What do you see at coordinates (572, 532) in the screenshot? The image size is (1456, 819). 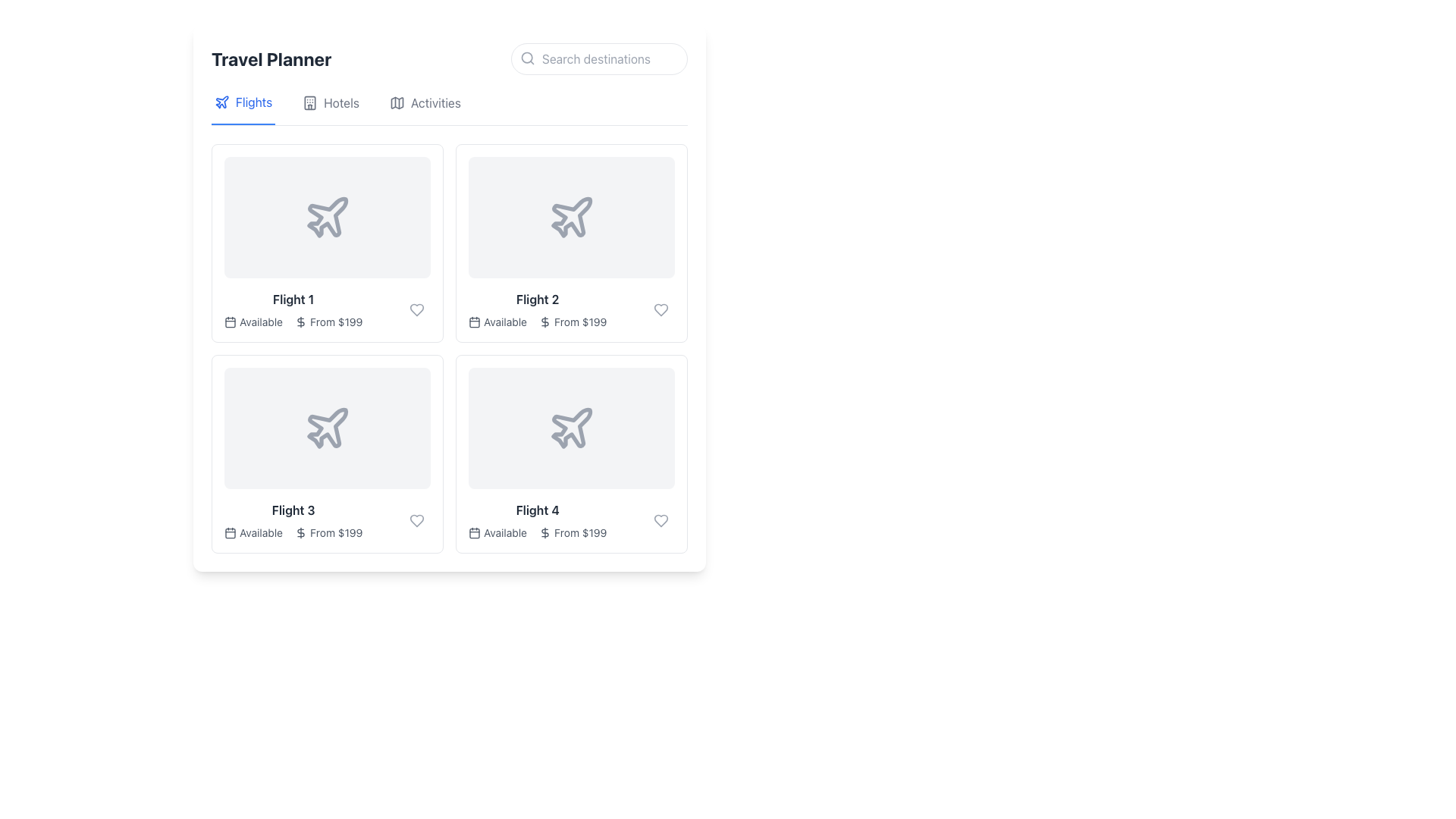 I see `the text label indicating the starting price for flight services in the lower section of the fourth travel options card` at bounding box center [572, 532].